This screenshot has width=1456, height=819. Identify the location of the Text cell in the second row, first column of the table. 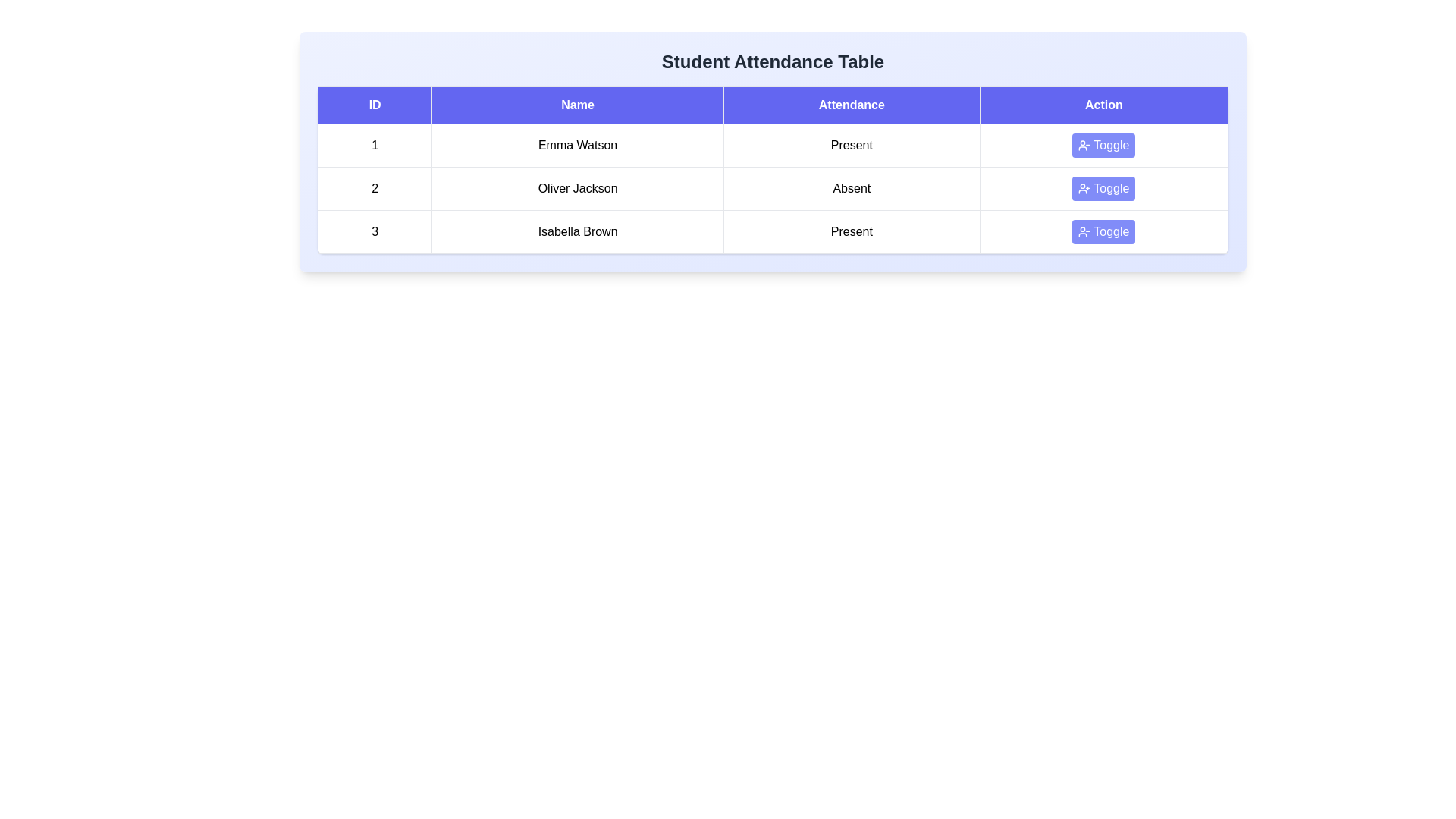
(375, 188).